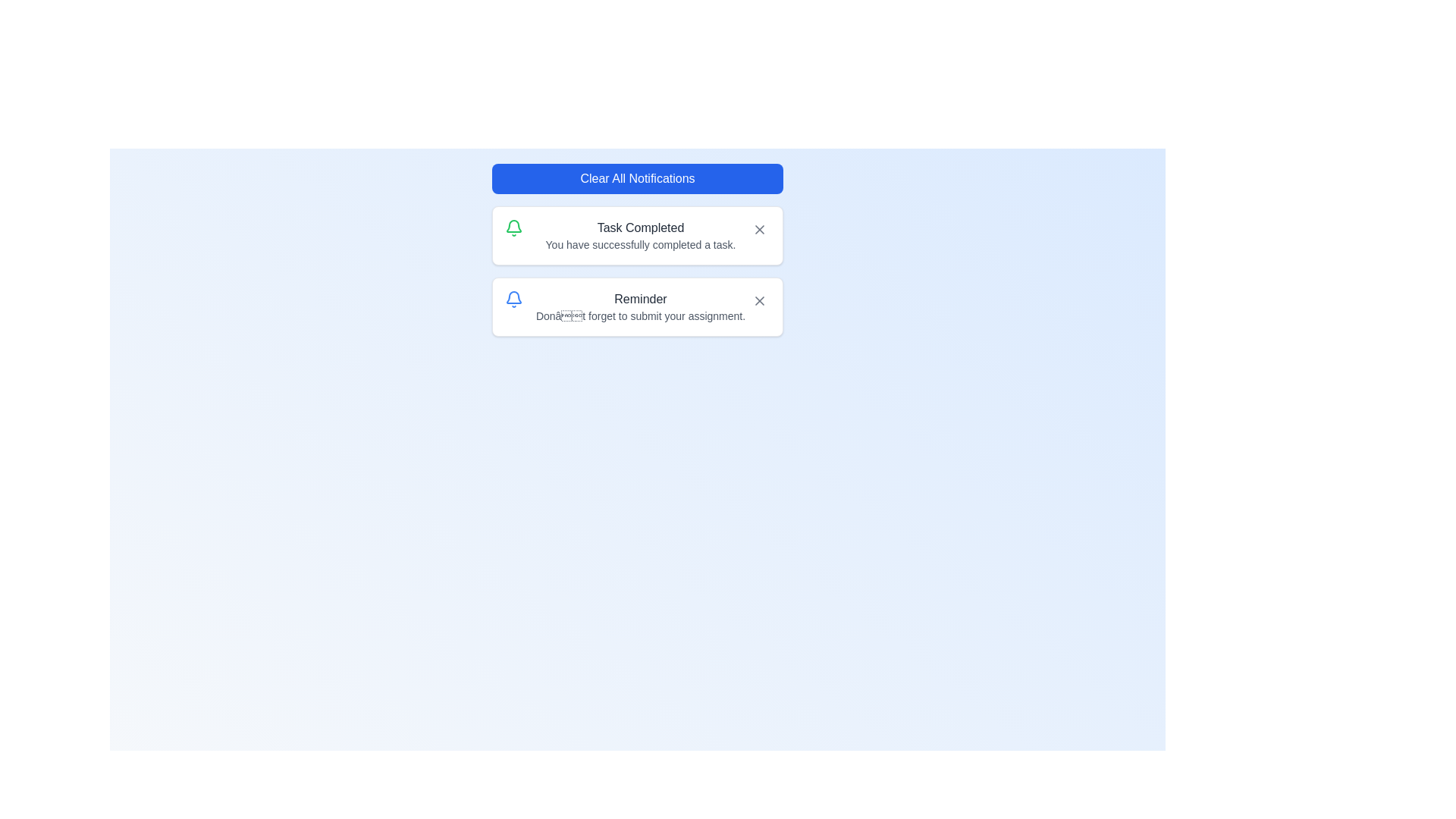 The image size is (1456, 819). What do you see at coordinates (640, 307) in the screenshot?
I see `the reminder message text block located within the notification box, which emphasizes the need to submit an assignment` at bounding box center [640, 307].